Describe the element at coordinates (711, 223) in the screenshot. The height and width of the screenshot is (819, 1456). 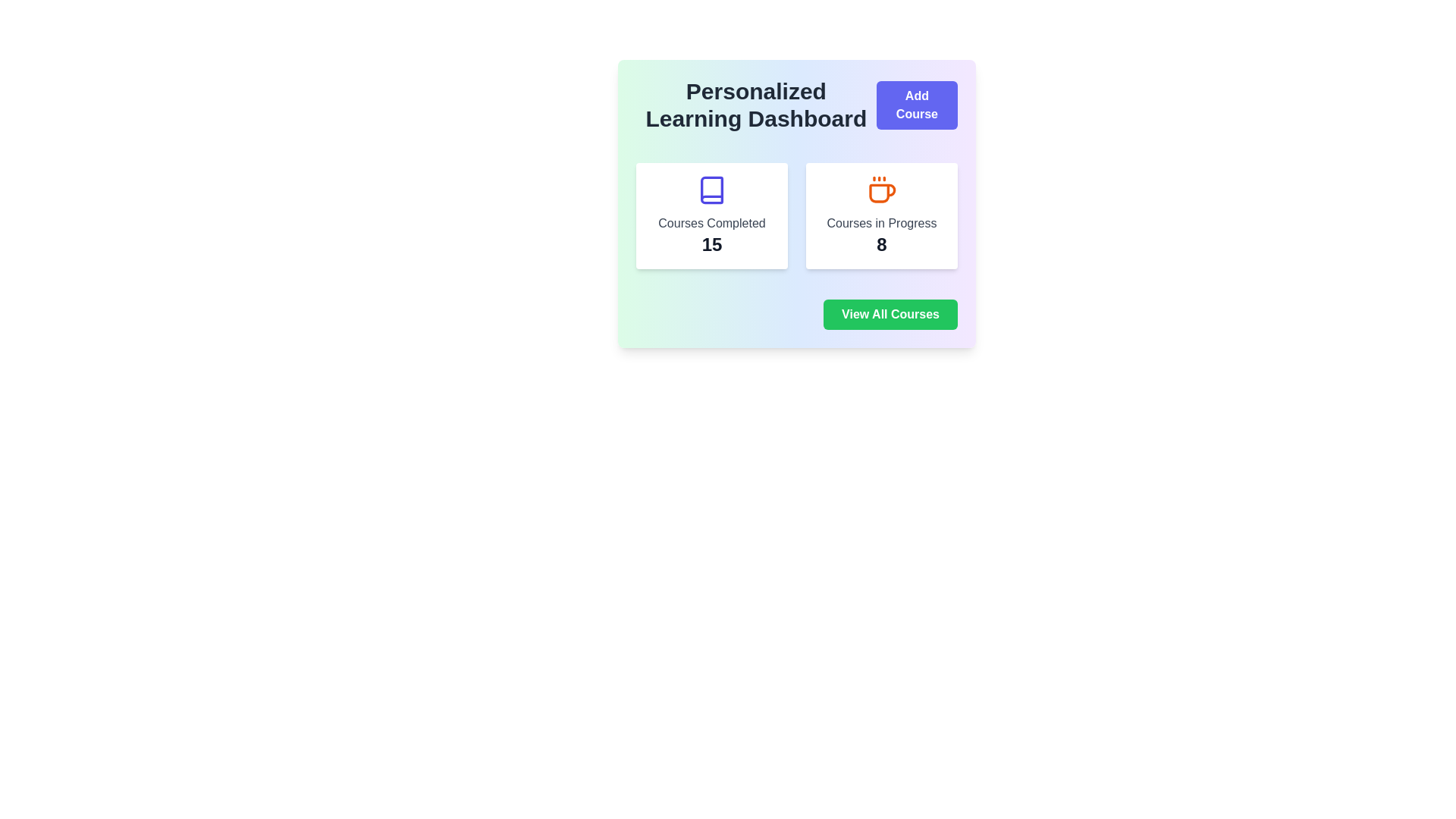
I see `the static text label element that displays 'Courses Completed', which is styled with a gray color and medium font weight, located within a card layout on the left side of the dashboard interface` at that location.